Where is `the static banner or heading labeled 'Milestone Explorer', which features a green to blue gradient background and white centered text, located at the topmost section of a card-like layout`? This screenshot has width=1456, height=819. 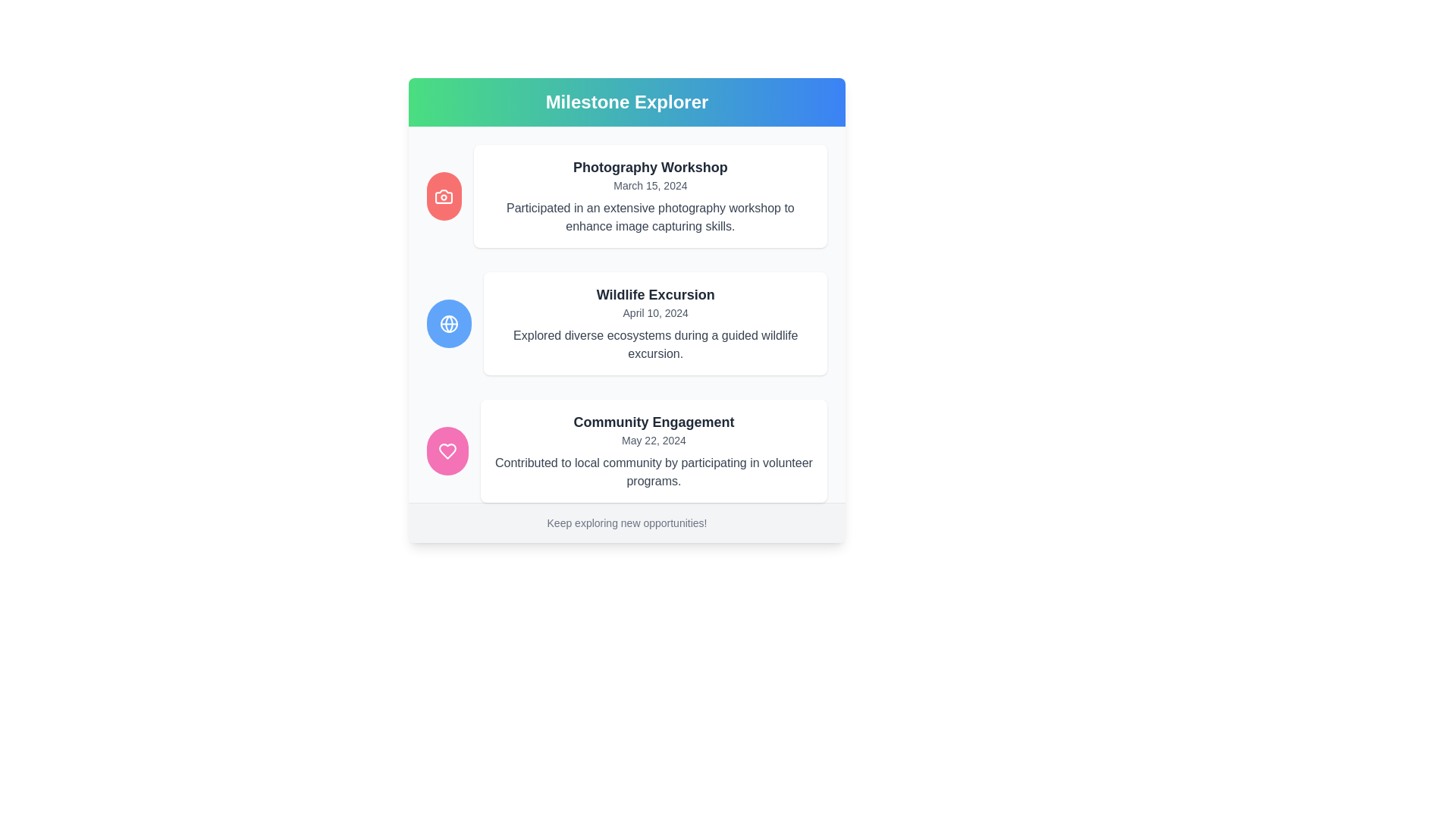 the static banner or heading labeled 'Milestone Explorer', which features a green to blue gradient background and white centered text, located at the topmost section of a card-like layout is located at coordinates (626, 102).